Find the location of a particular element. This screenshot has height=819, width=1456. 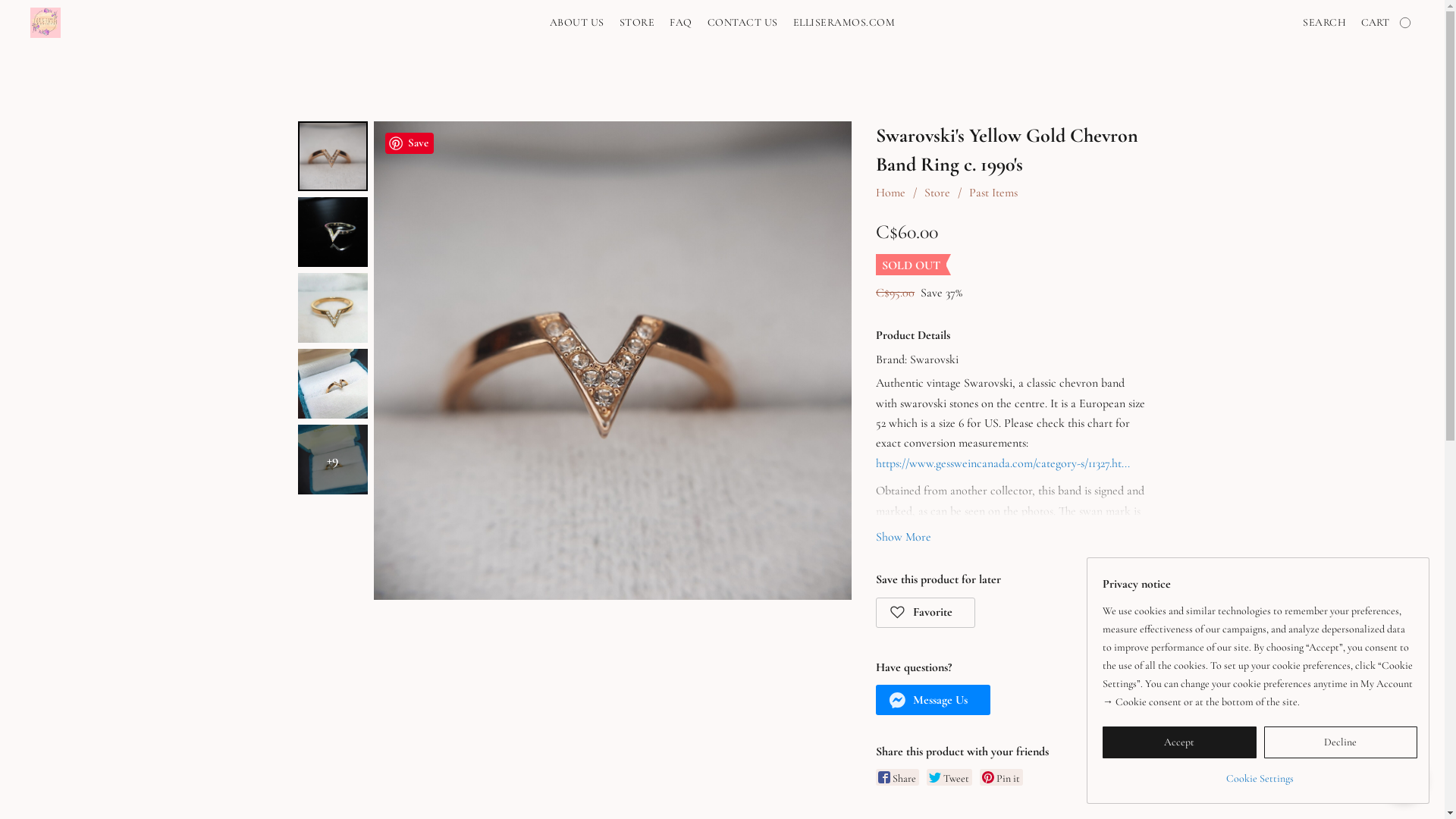

'Accept' is located at coordinates (1103, 742).